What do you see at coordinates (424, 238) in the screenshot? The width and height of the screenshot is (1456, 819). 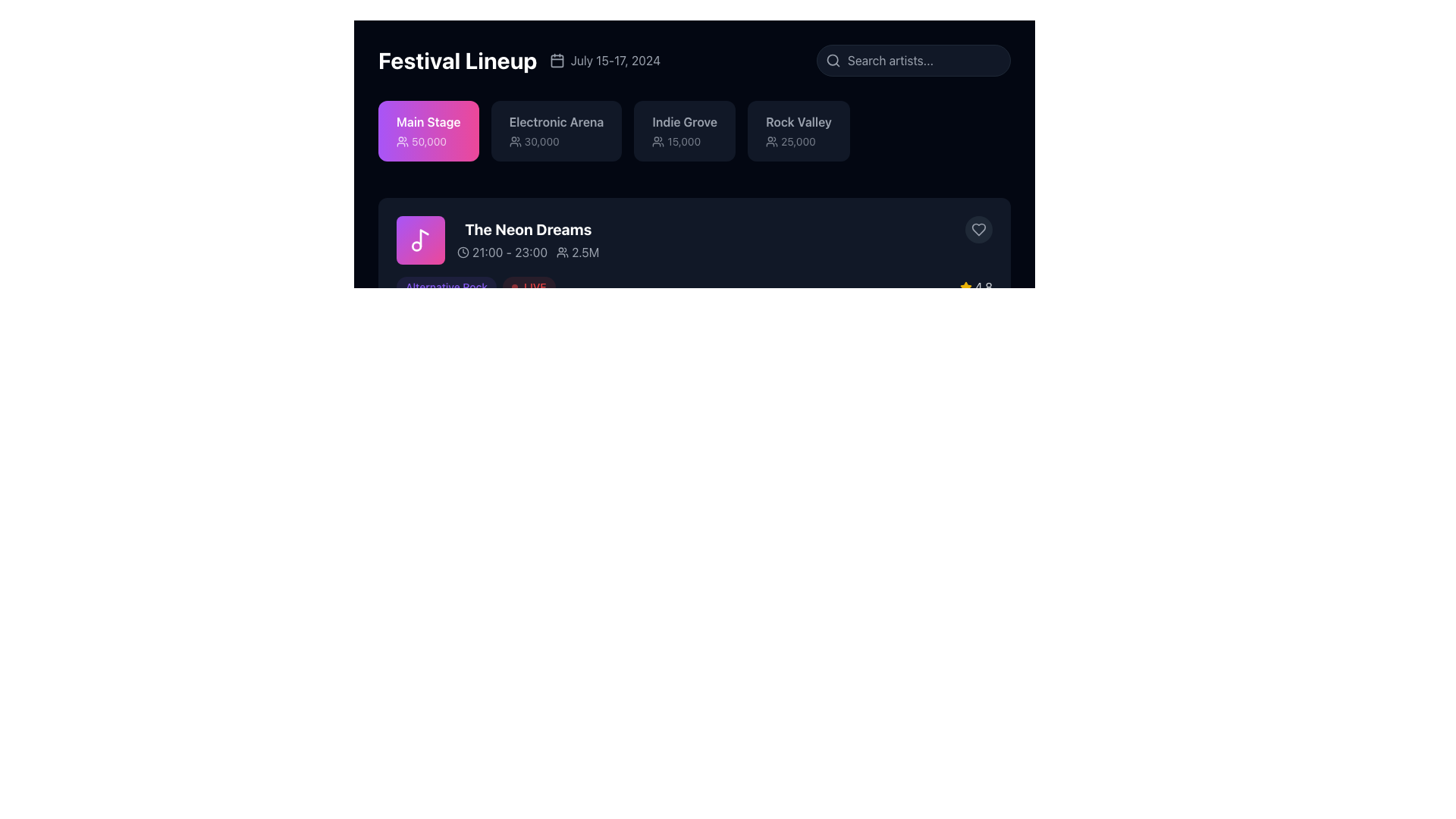 I see `the elongated vertical line of the musical note icon within the highlighted purple box of 'The Neon Dreams' section` at bounding box center [424, 238].